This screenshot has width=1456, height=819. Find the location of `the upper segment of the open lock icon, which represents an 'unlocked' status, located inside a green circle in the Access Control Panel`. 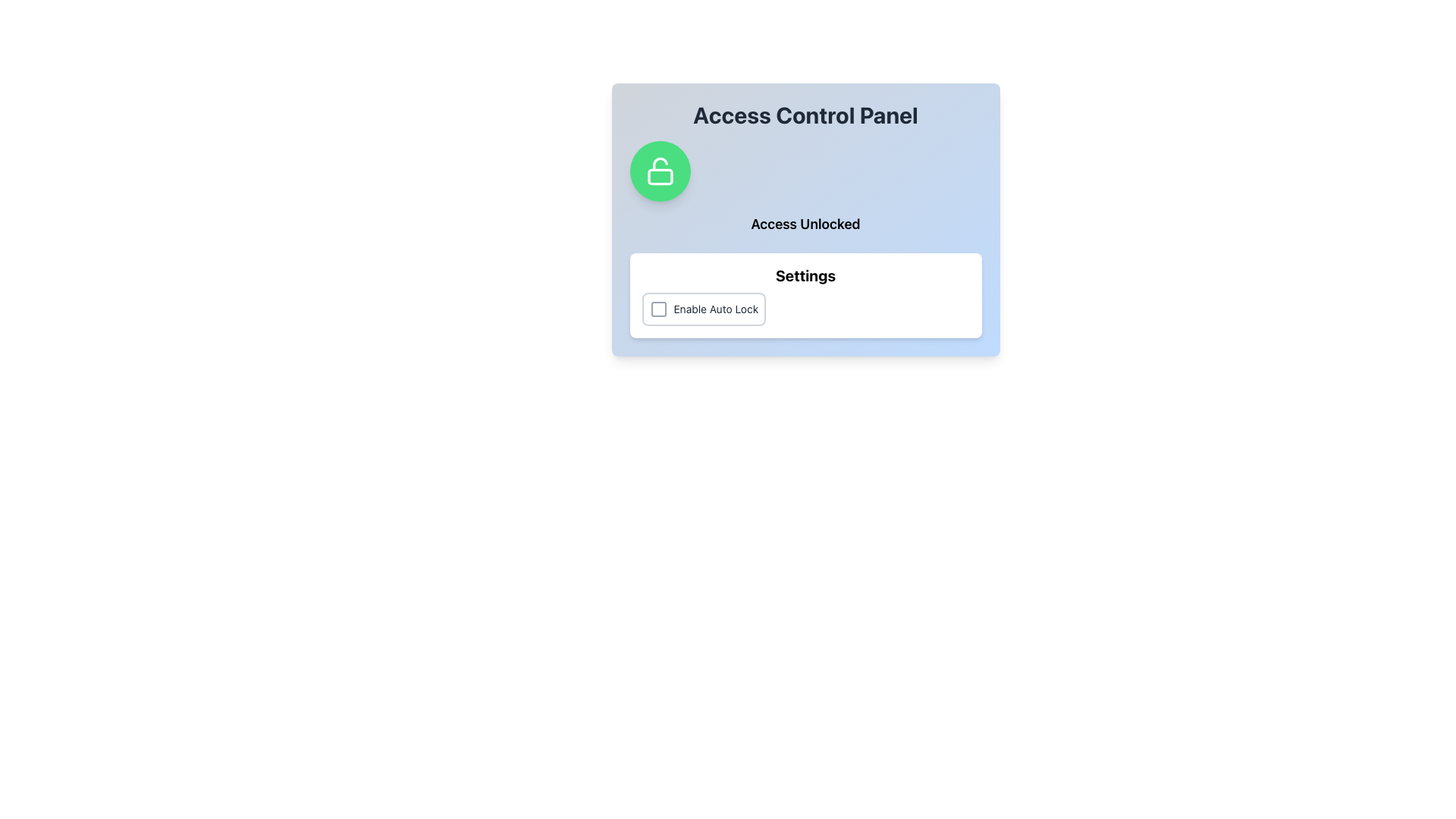

the upper segment of the open lock icon, which represents an 'unlocked' status, located inside a green circle in the Access Control Panel is located at coordinates (660, 164).